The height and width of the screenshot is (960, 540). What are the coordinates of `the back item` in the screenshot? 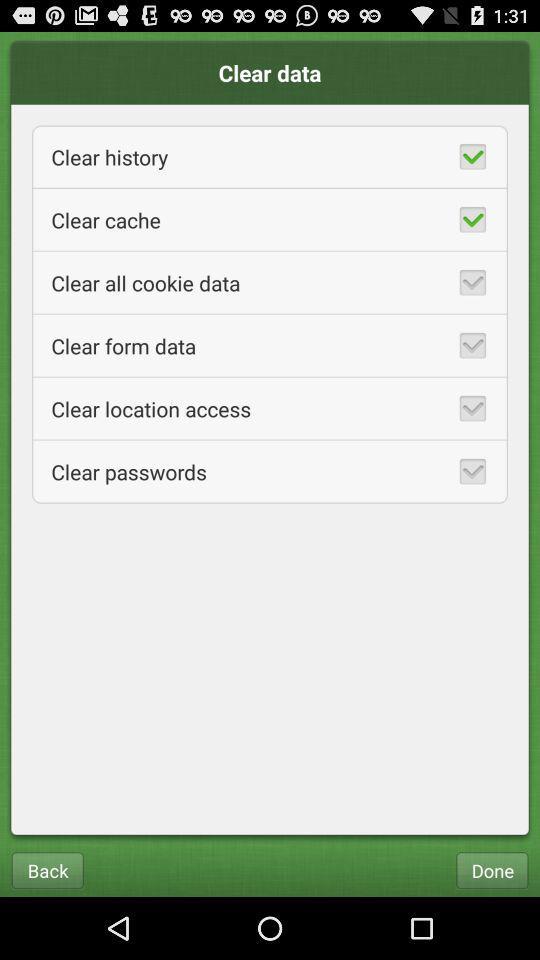 It's located at (47, 869).